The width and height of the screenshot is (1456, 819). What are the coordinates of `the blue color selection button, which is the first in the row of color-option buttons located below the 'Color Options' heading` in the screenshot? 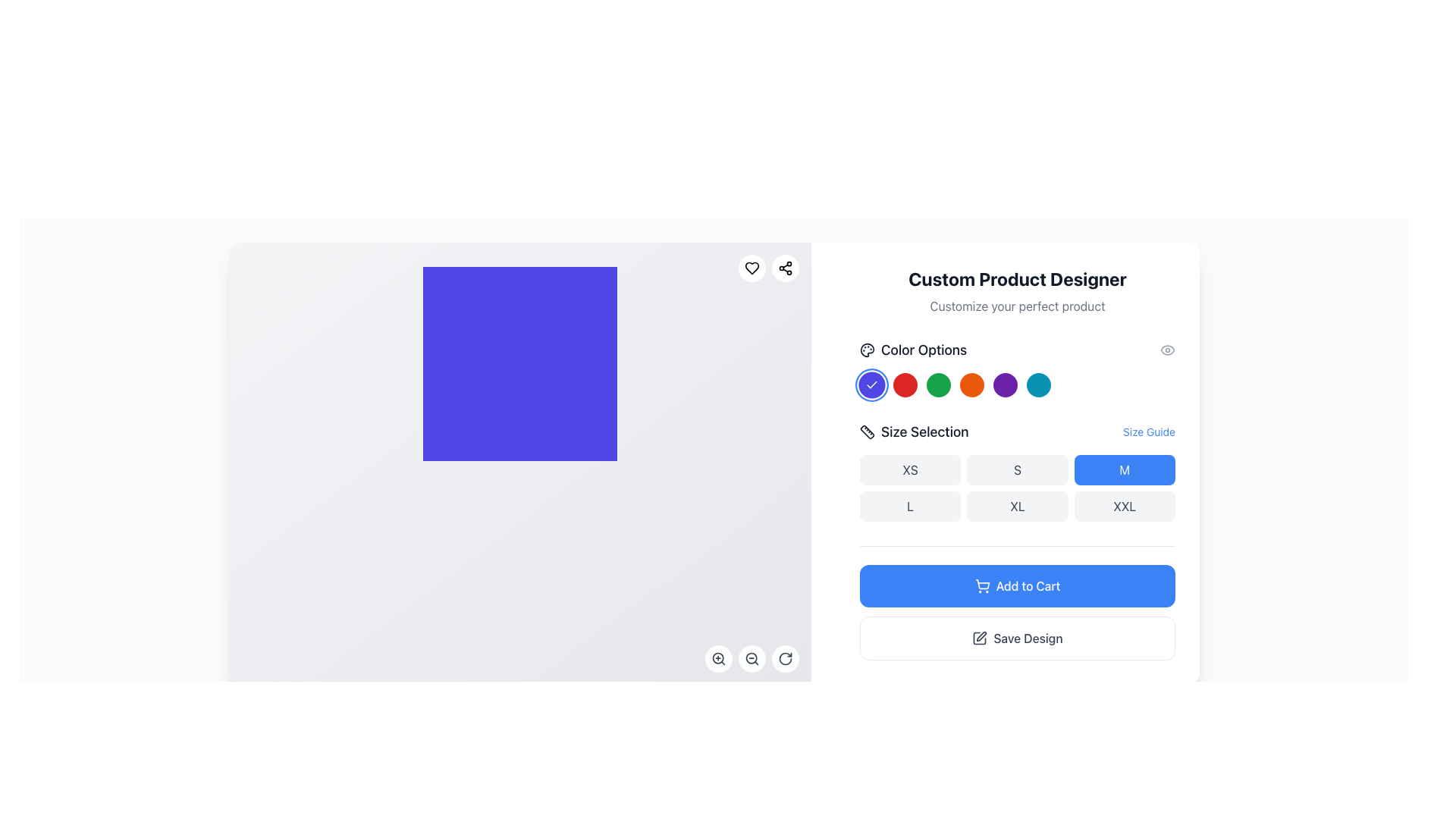 It's located at (872, 383).